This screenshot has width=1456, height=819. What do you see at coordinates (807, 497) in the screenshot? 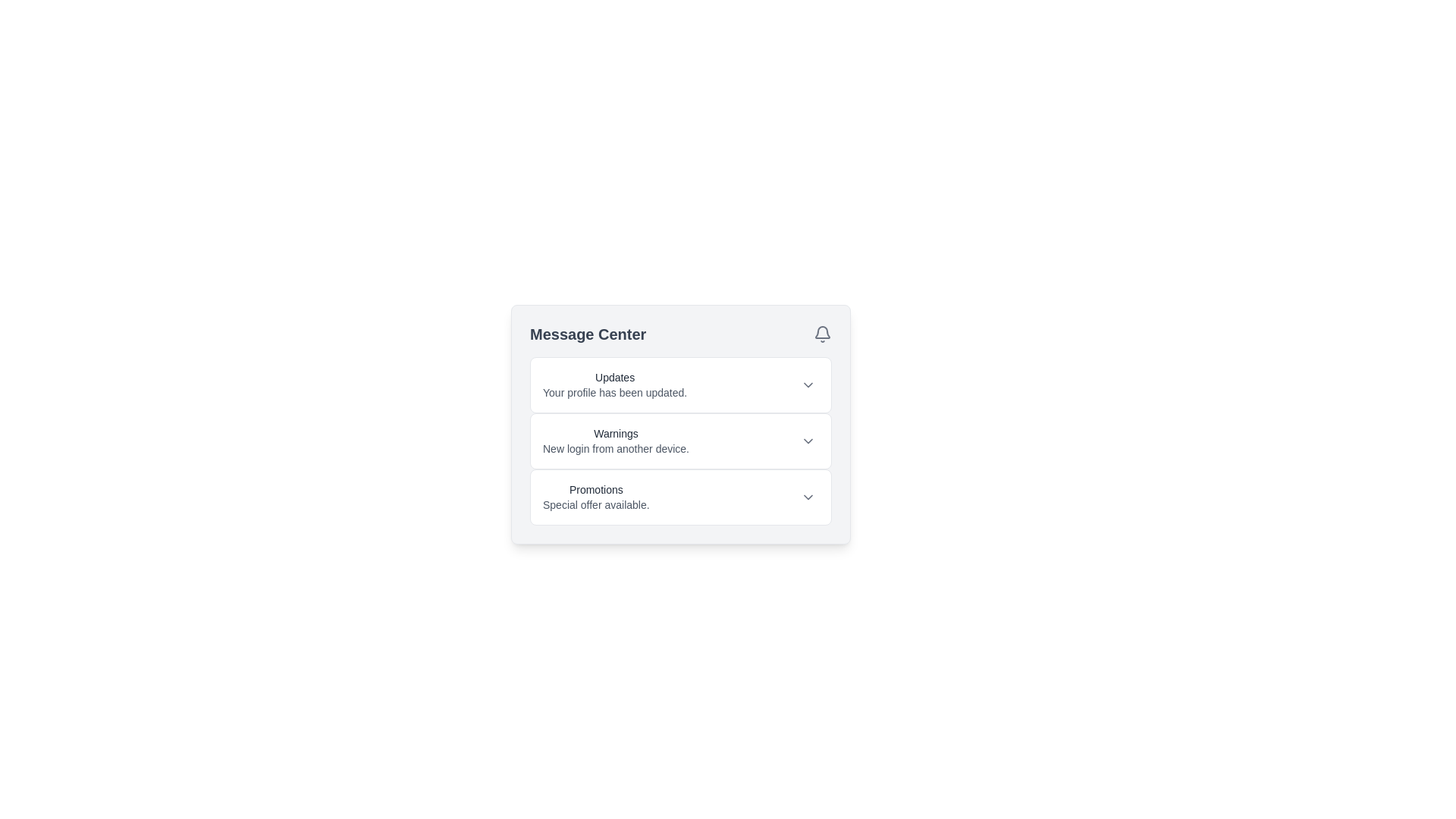
I see `the chevron icon used to toggle the visibility of the 'Promotions' section in the 'Message Center' card` at bounding box center [807, 497].